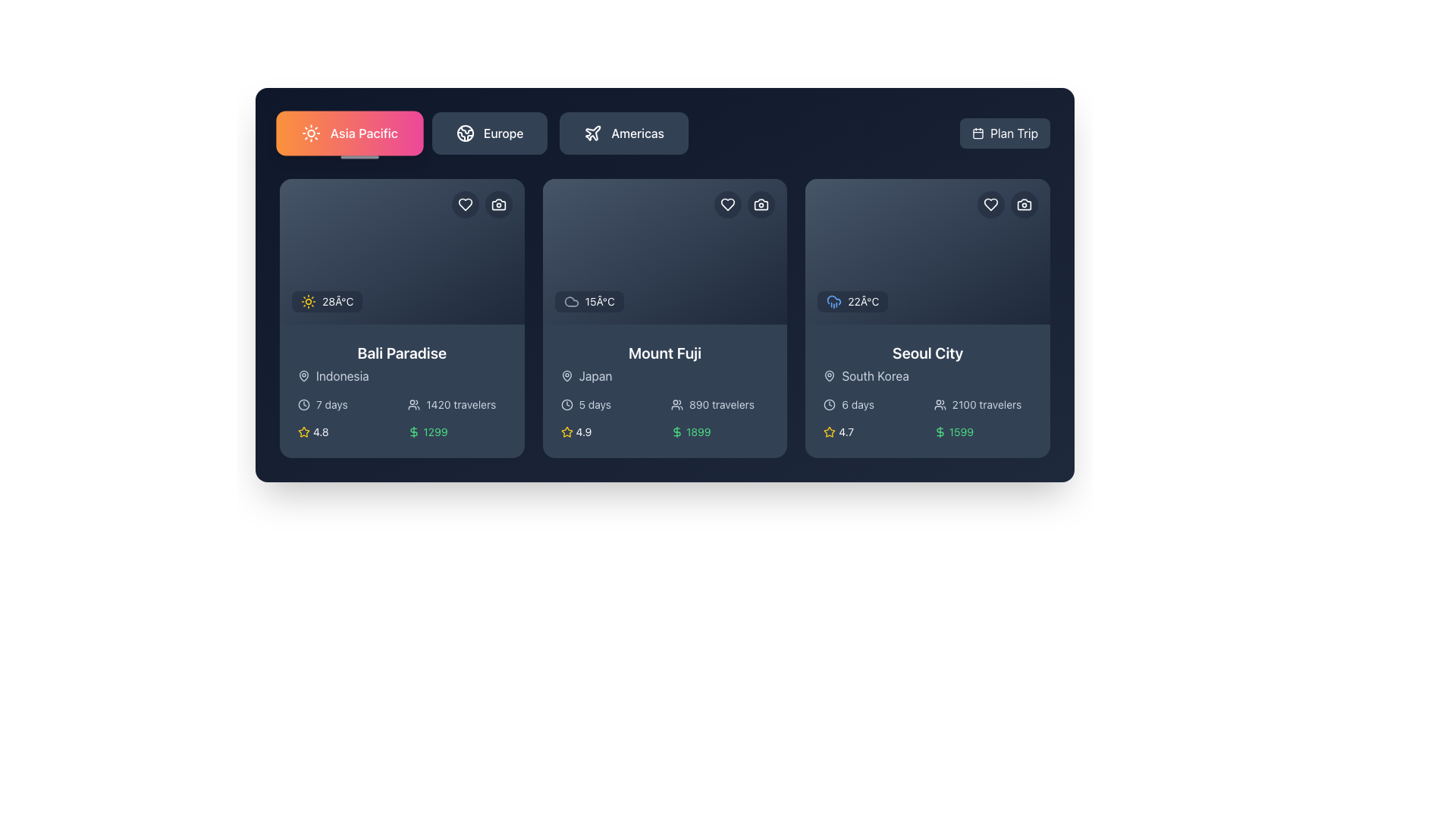  Describe the element at coordinates (359, 157) in the screenshot. I see `the indicator bar that visually highlights the currently selected 'Asia Pacific' button, positioned directly below it` at that location.